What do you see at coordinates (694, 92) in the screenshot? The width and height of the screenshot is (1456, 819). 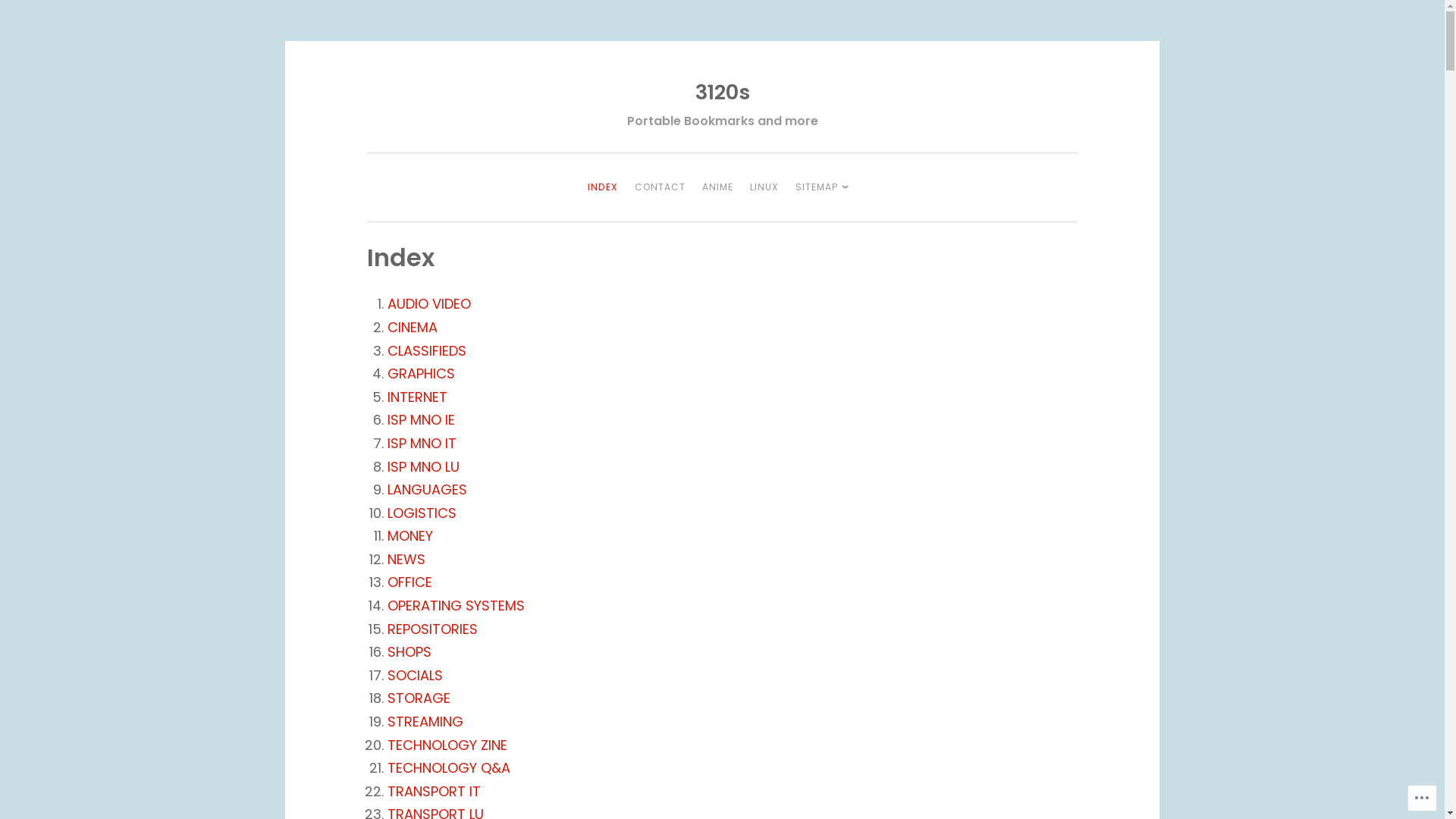 I see `'3120s'` at bounding box center [694, 92].